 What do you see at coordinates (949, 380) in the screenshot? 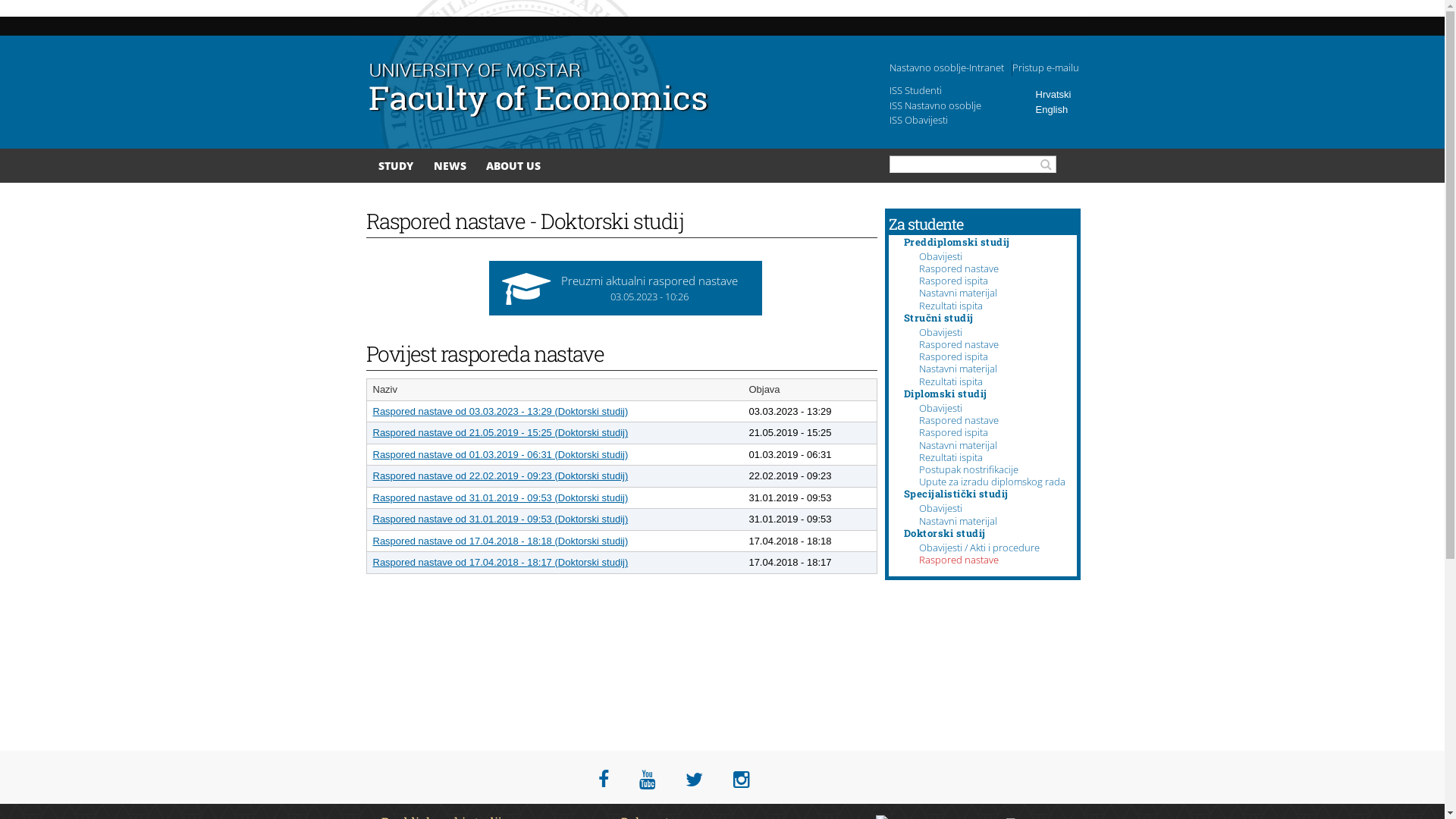
I see `'Rezultati ispita'` at bounding box center [949, 380].